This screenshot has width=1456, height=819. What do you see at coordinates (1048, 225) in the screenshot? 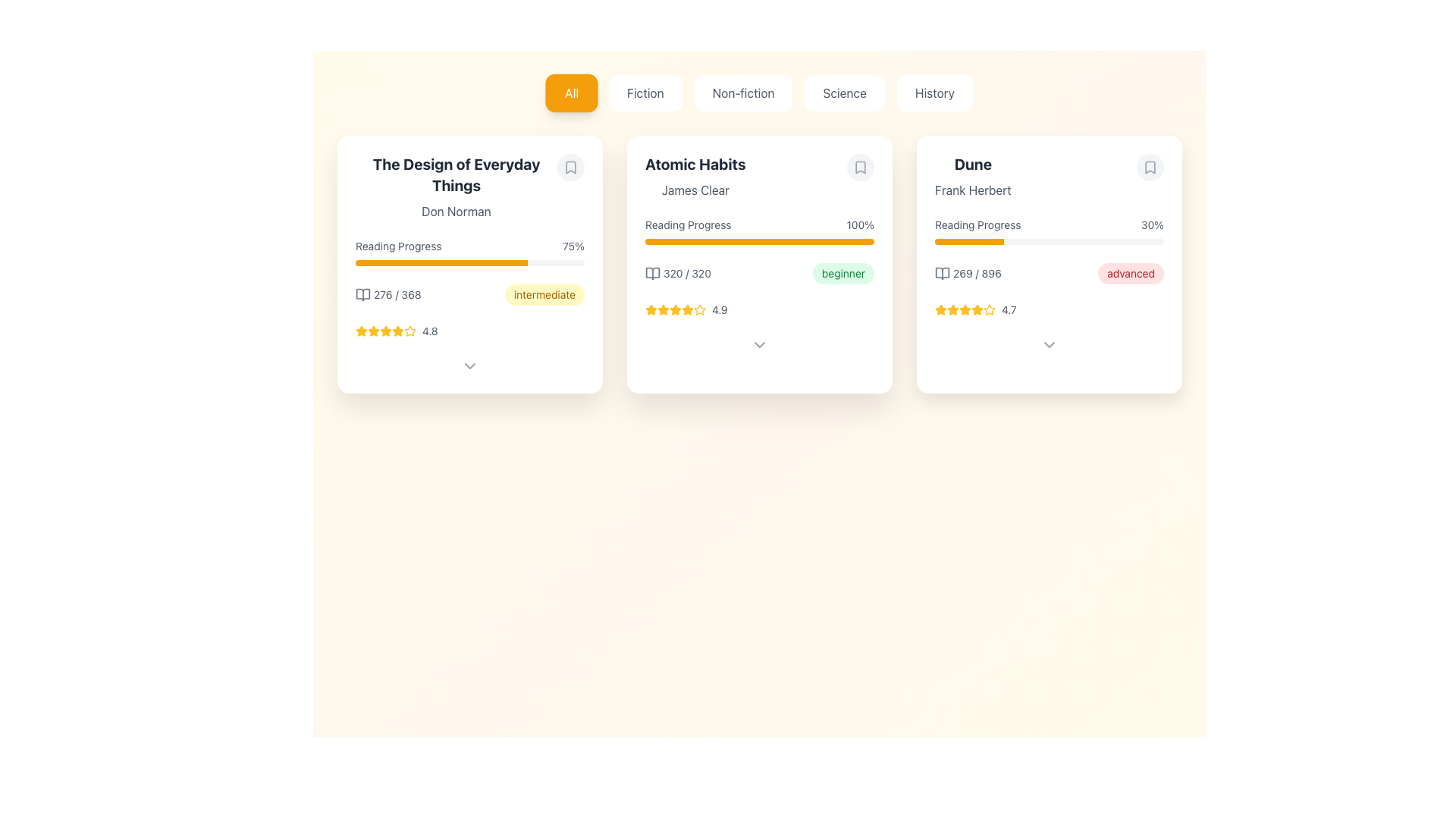
I see `the textual portions of the 'Reading Progress' element` at bounding box center [1048, 225].